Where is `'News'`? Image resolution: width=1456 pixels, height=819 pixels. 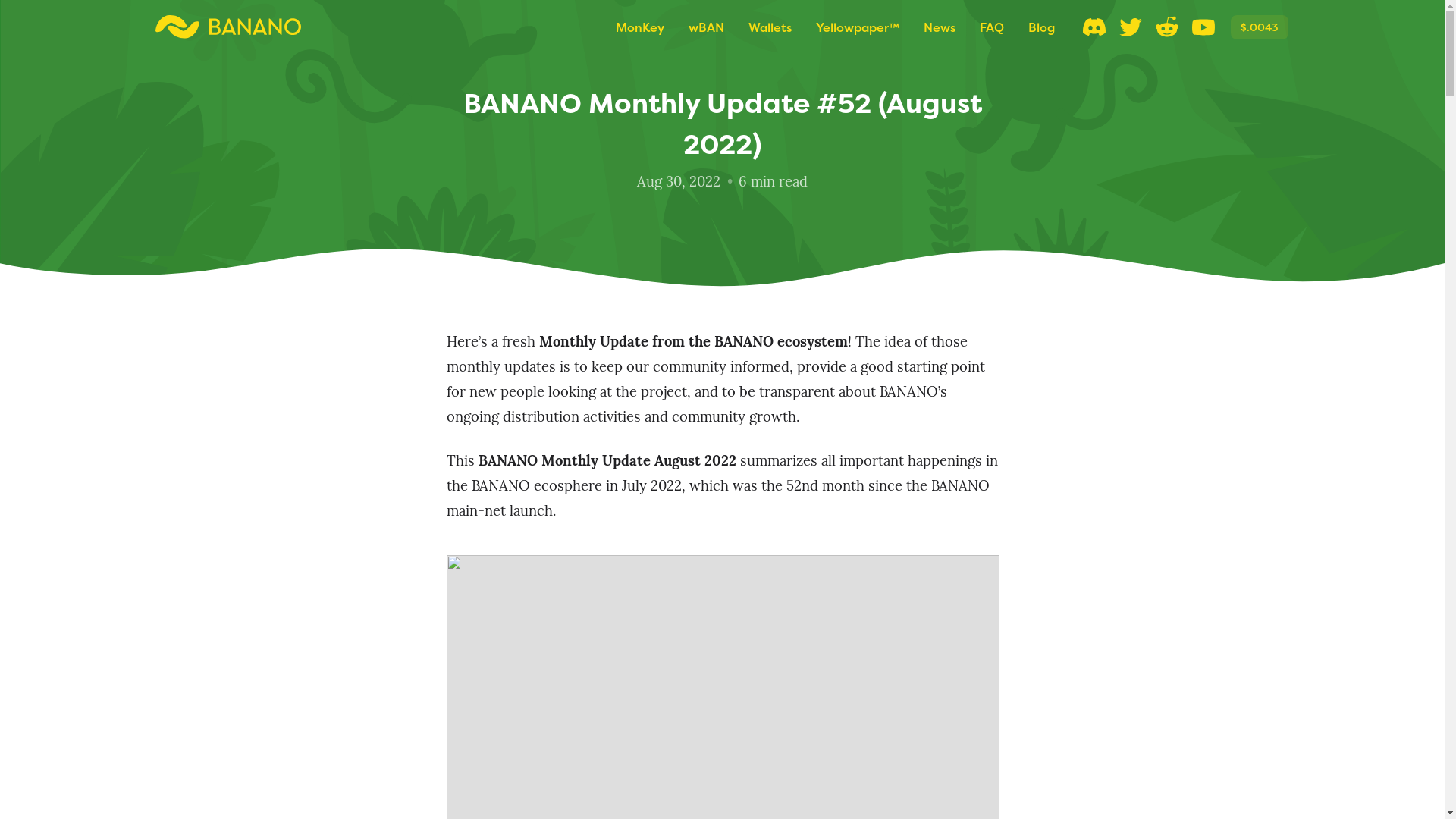 'News' is located at coordinates (938, 27).